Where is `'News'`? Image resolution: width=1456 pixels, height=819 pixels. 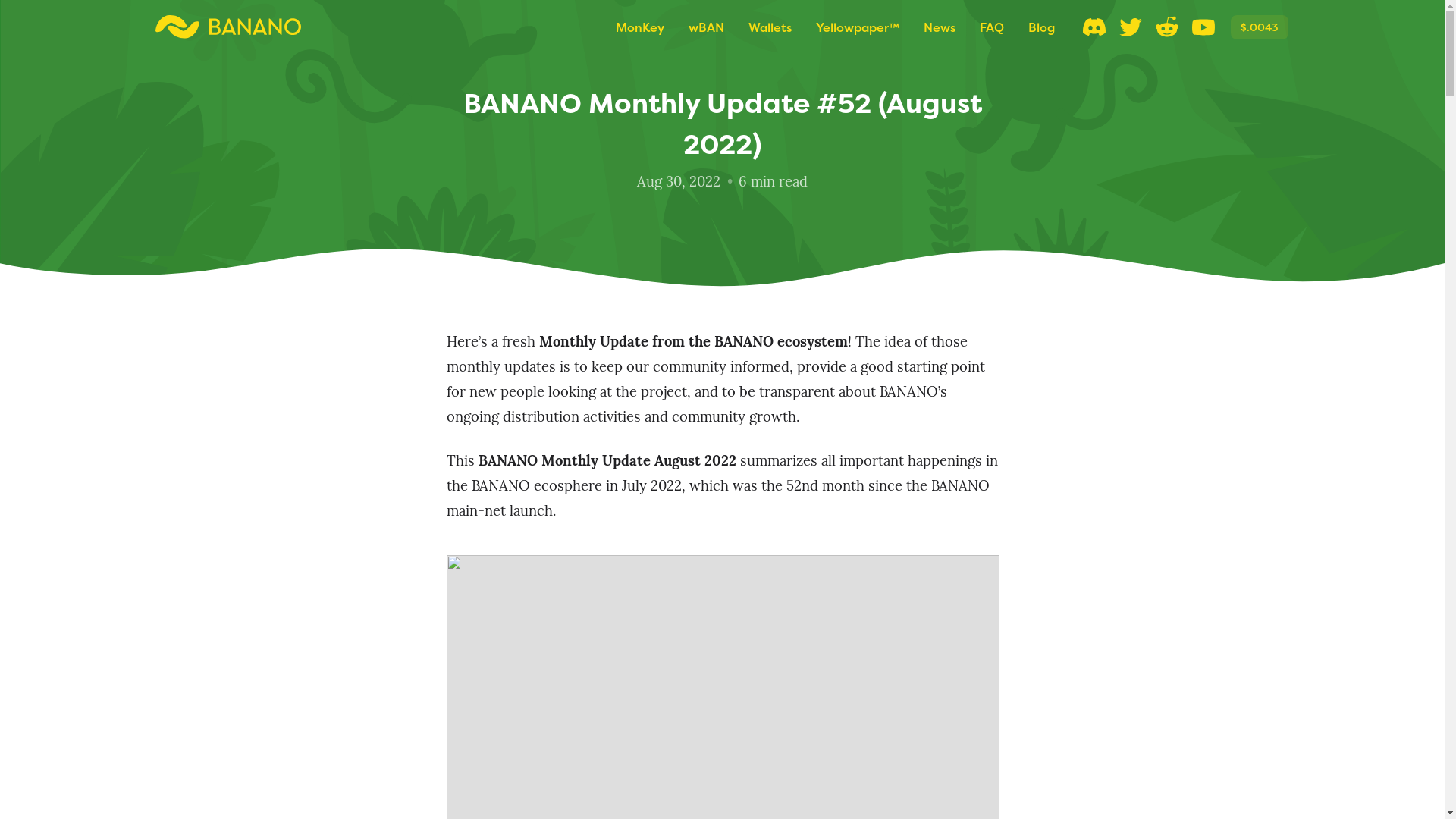 'News' is located at coordinates (938, 27).